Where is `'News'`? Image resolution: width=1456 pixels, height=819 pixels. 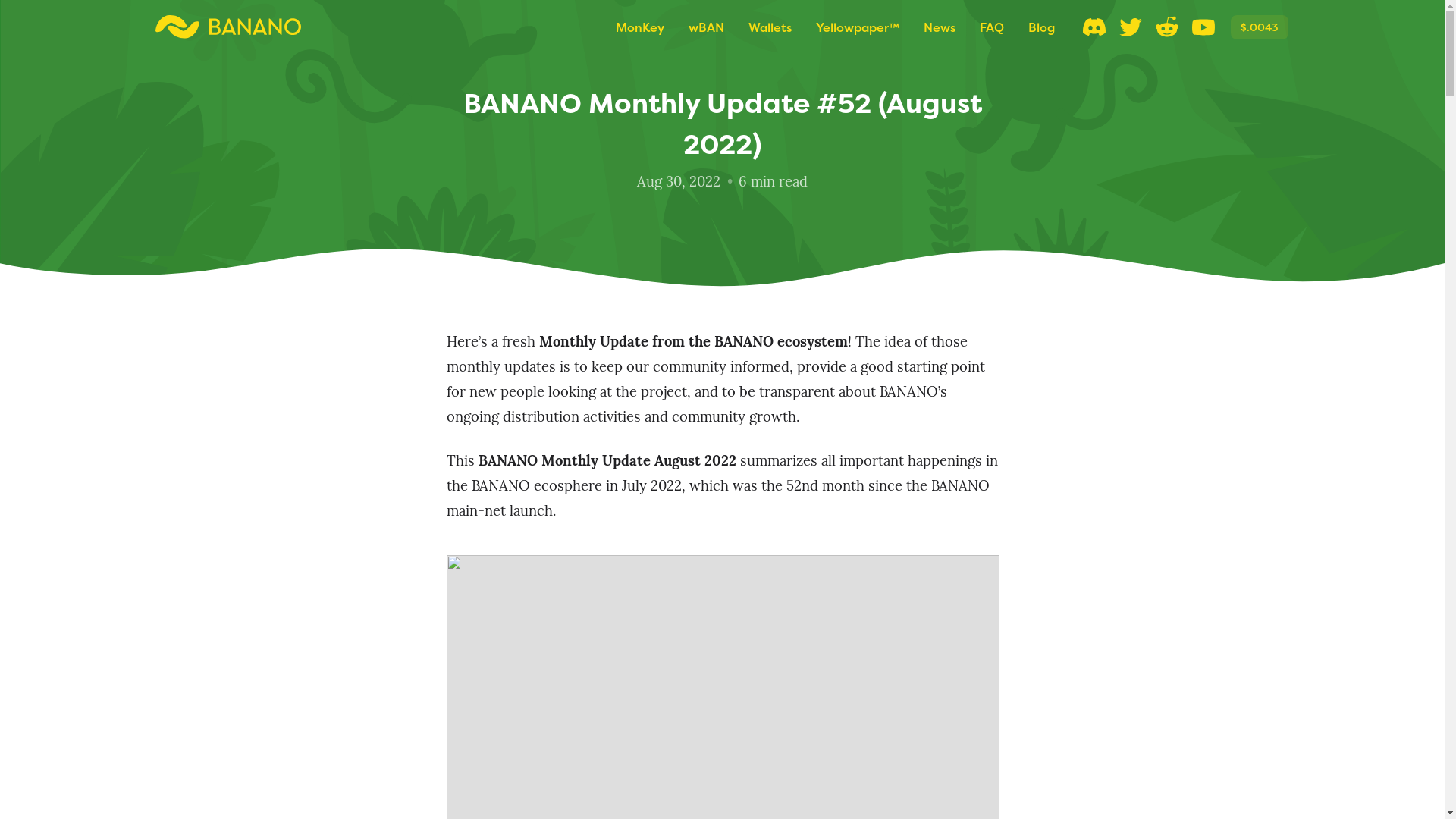 'News' is located at coordinates (938, 27).